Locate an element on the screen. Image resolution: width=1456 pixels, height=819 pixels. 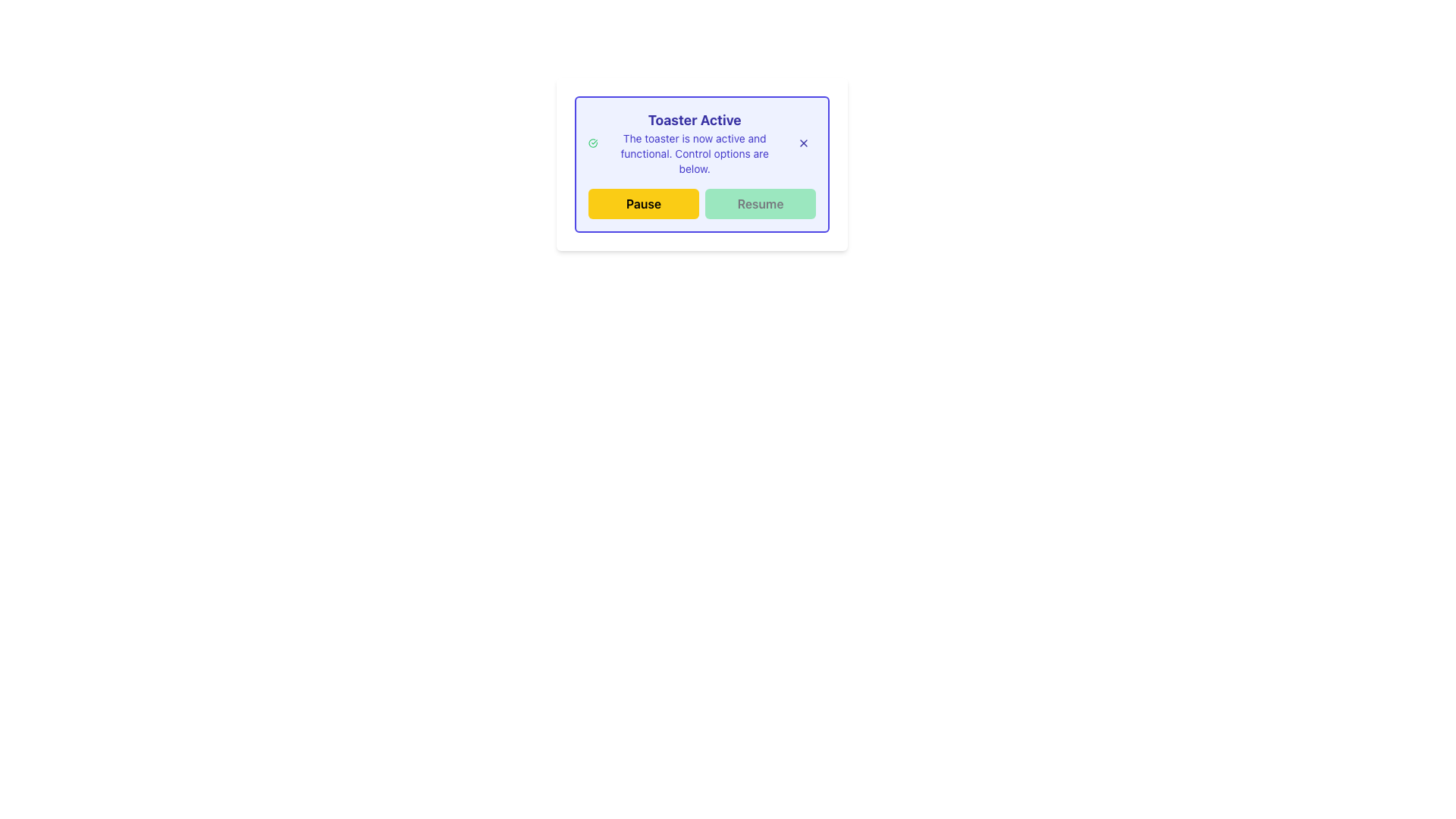
static text element that provides instructions about the state of the toaster, located below the header 'Toaster Active' and above the 'Pause' and 'Resume' buttons is located at coordinates (694, 154).